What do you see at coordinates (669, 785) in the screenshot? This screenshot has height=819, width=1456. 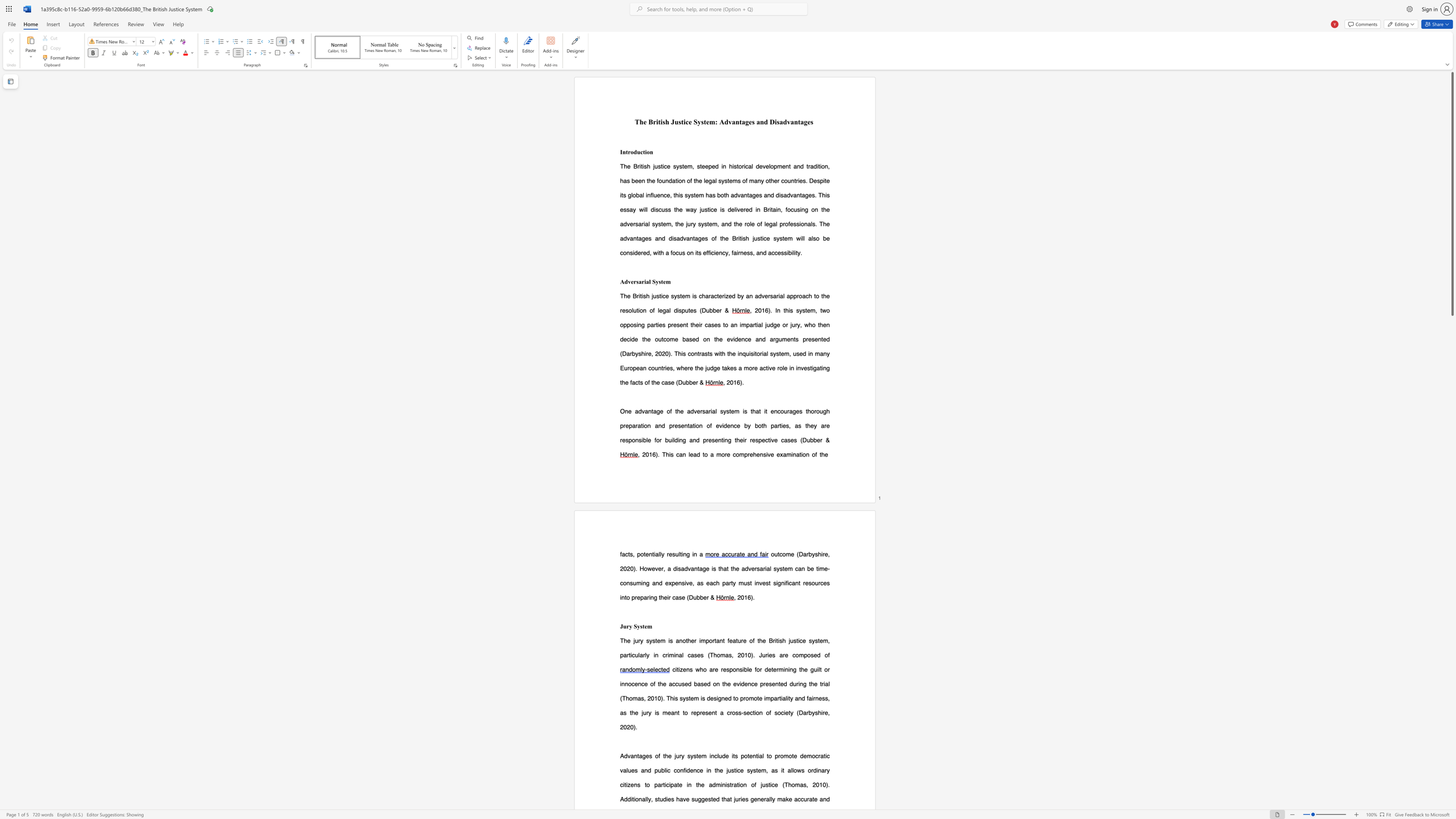 I see `the 2th character "i" in the text` at bounding box center [669, 785].